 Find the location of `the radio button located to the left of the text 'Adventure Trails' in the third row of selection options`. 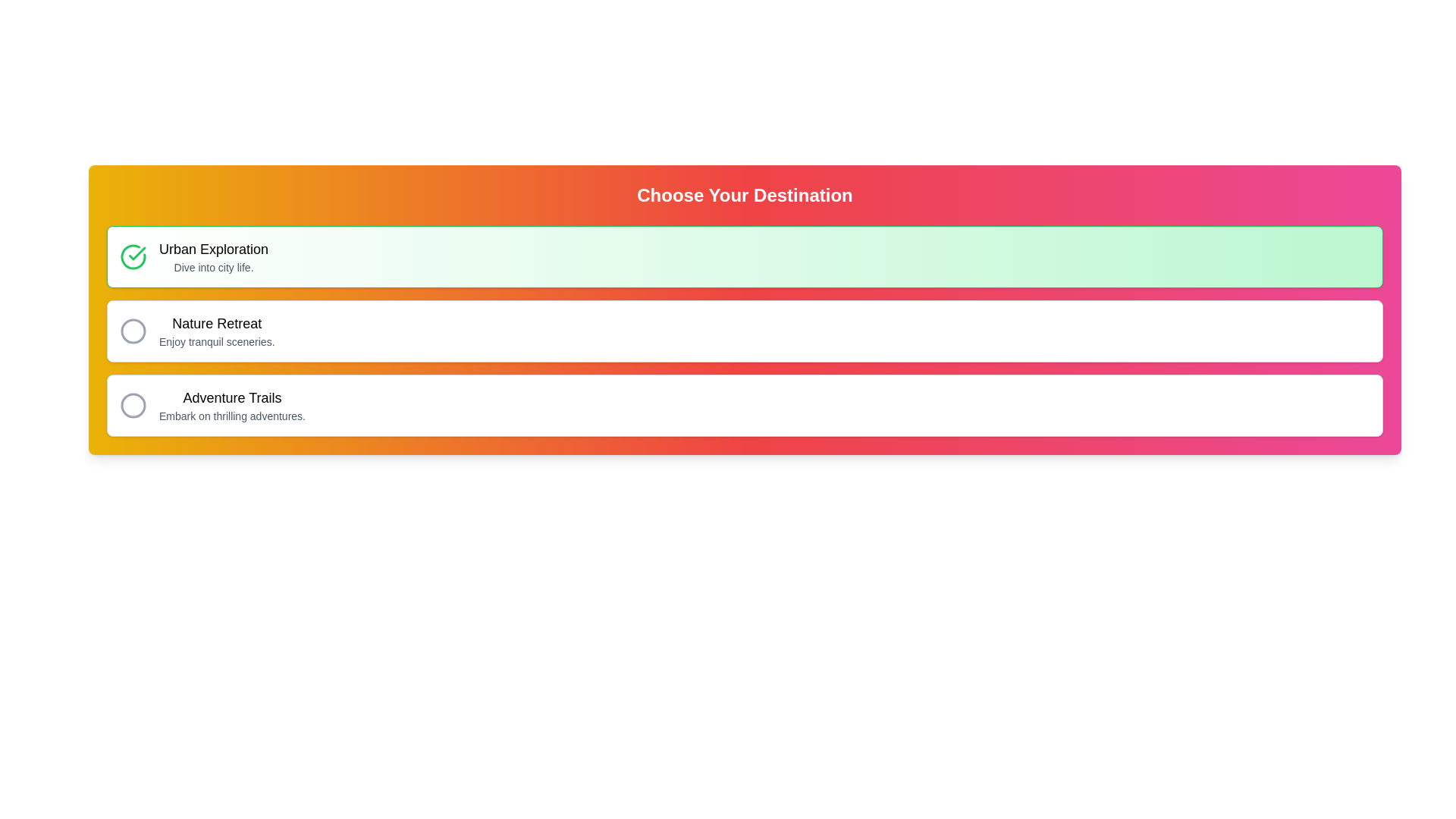

the radio button located to the left of the text 'Adventure Trails' in the third row of selection options is located at coordinates (133, 405).